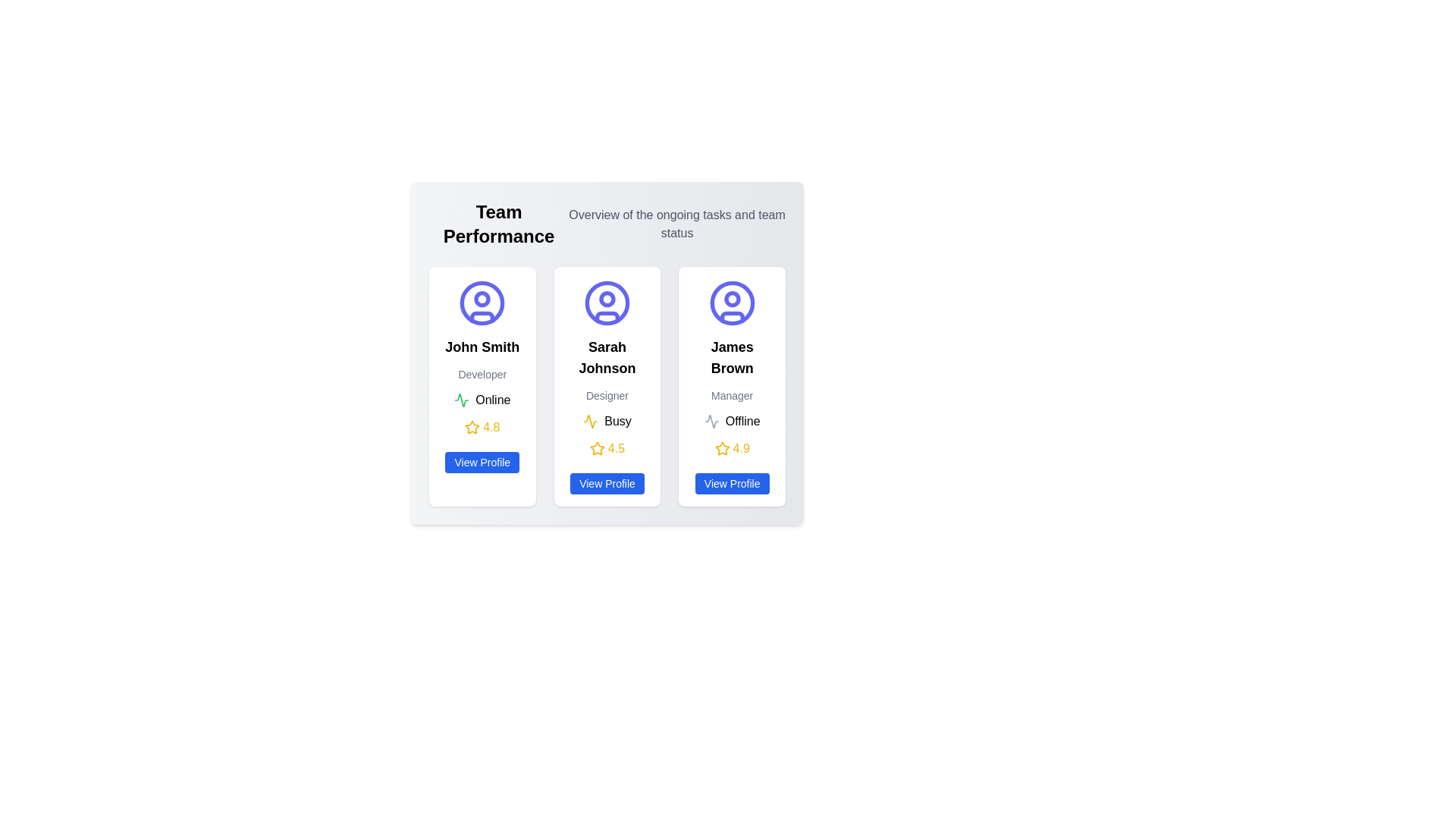 The width and height of the screenshot is (1456, 819). I want to click on the button located below the '4.5' rating and 'Busy' status of the profile named 'Sarah Johnson' to change its background color, so click(607, 483).